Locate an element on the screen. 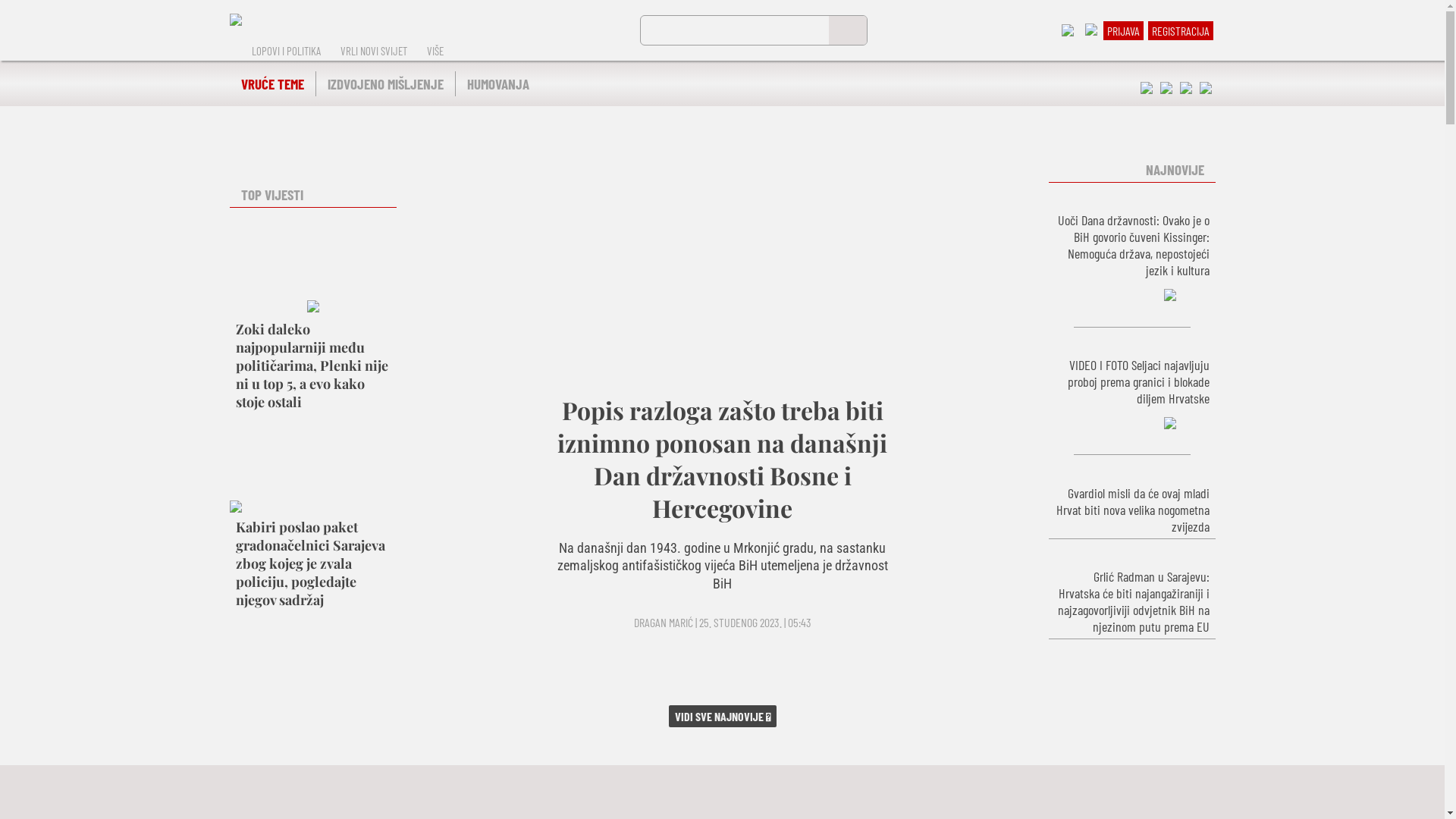 The width and height of the screenshot is (1456, 819). 'PRIJAVA' is located at coordinates (1123, 30).